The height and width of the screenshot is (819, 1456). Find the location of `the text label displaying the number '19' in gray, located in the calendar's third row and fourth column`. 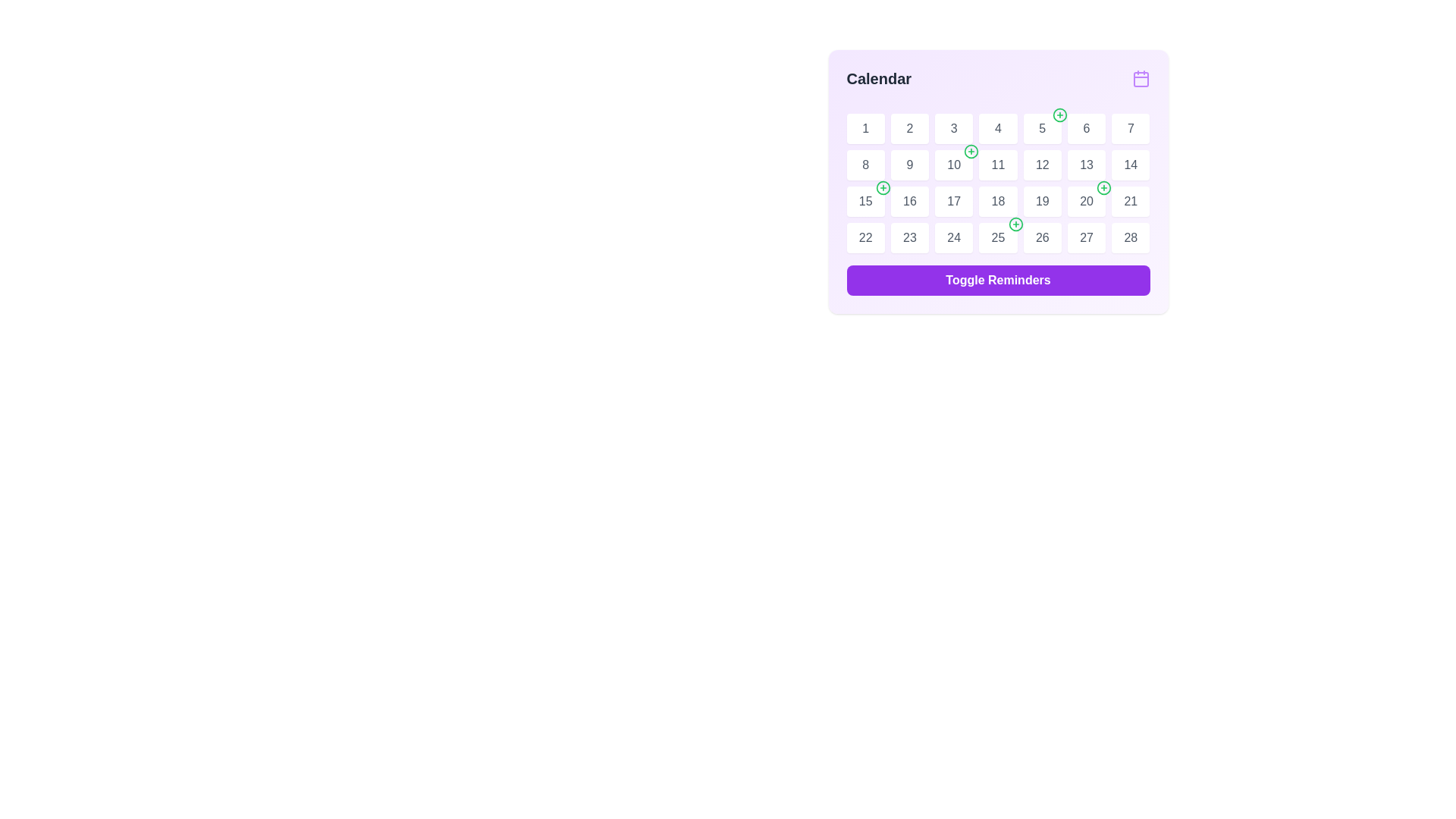

the text label displaying the number '19' in gray, located in the calendar's third row and fourth column is located at coordinates (1041, 200).